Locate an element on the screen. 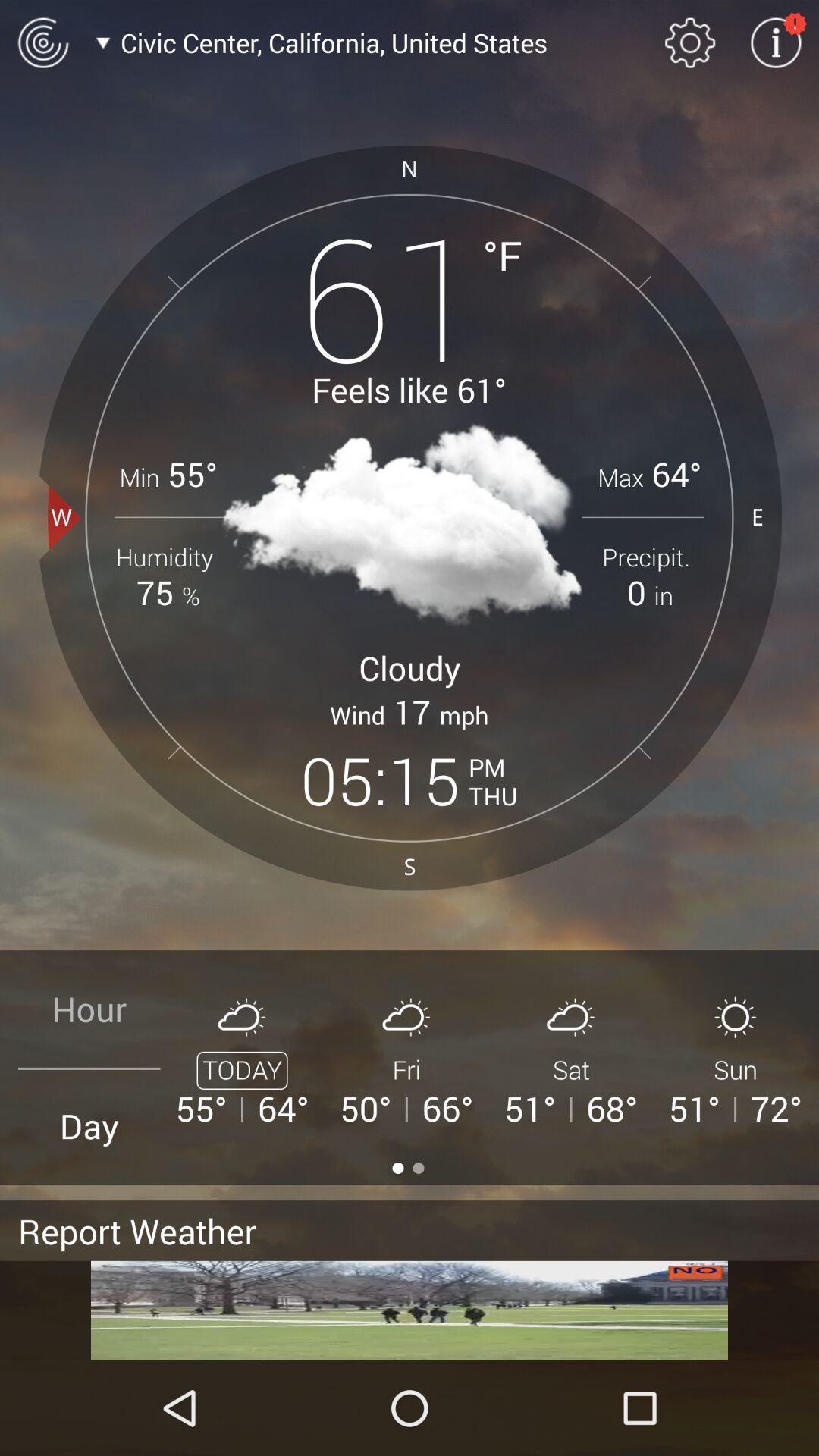 This screenshot has height=1456, width=819. locate me is located at coordinates (42, 42).